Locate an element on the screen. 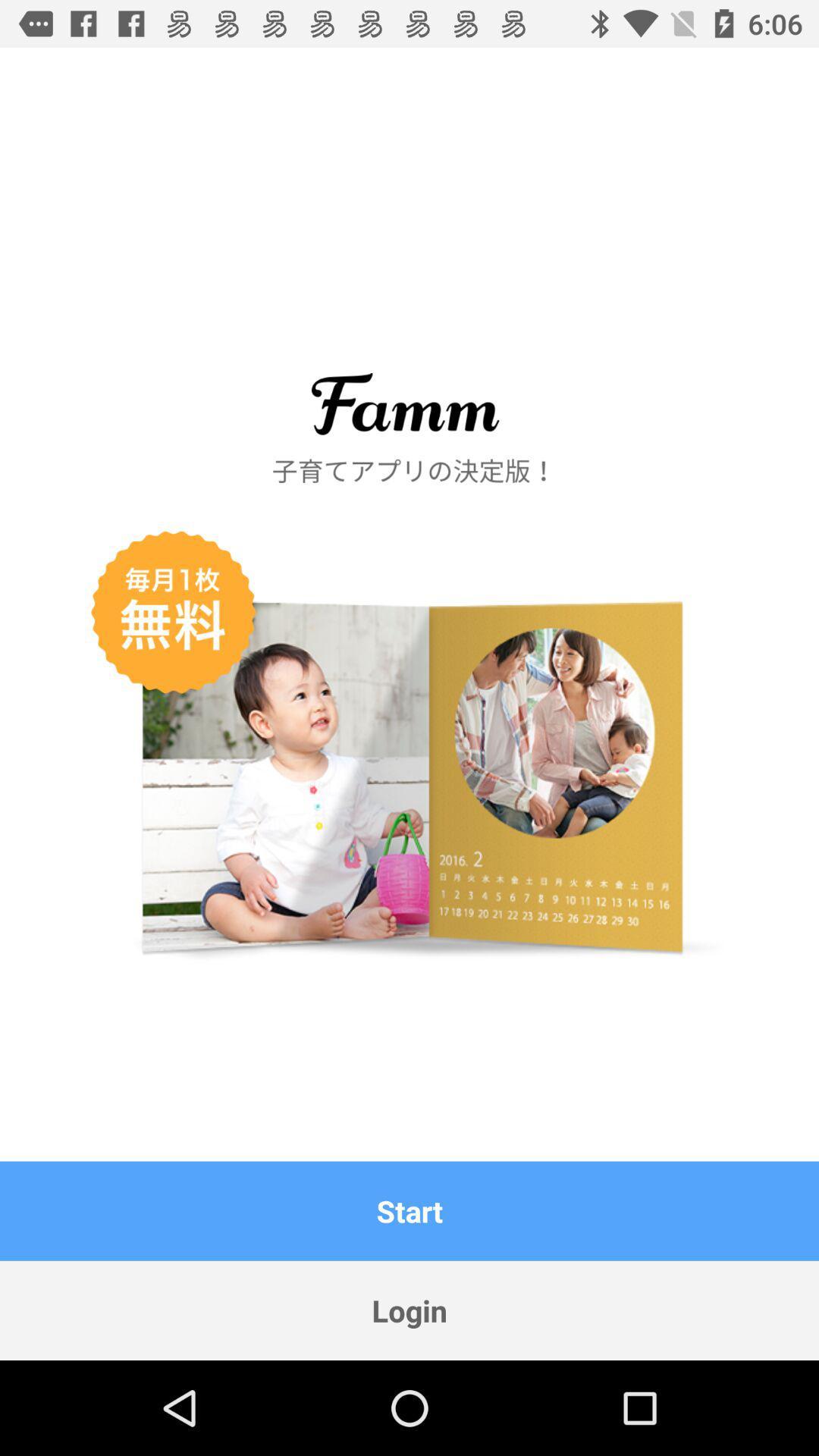 The height and width of the screenshot is (1456, 819). item below the start item is located at coordinates (409, 1310).